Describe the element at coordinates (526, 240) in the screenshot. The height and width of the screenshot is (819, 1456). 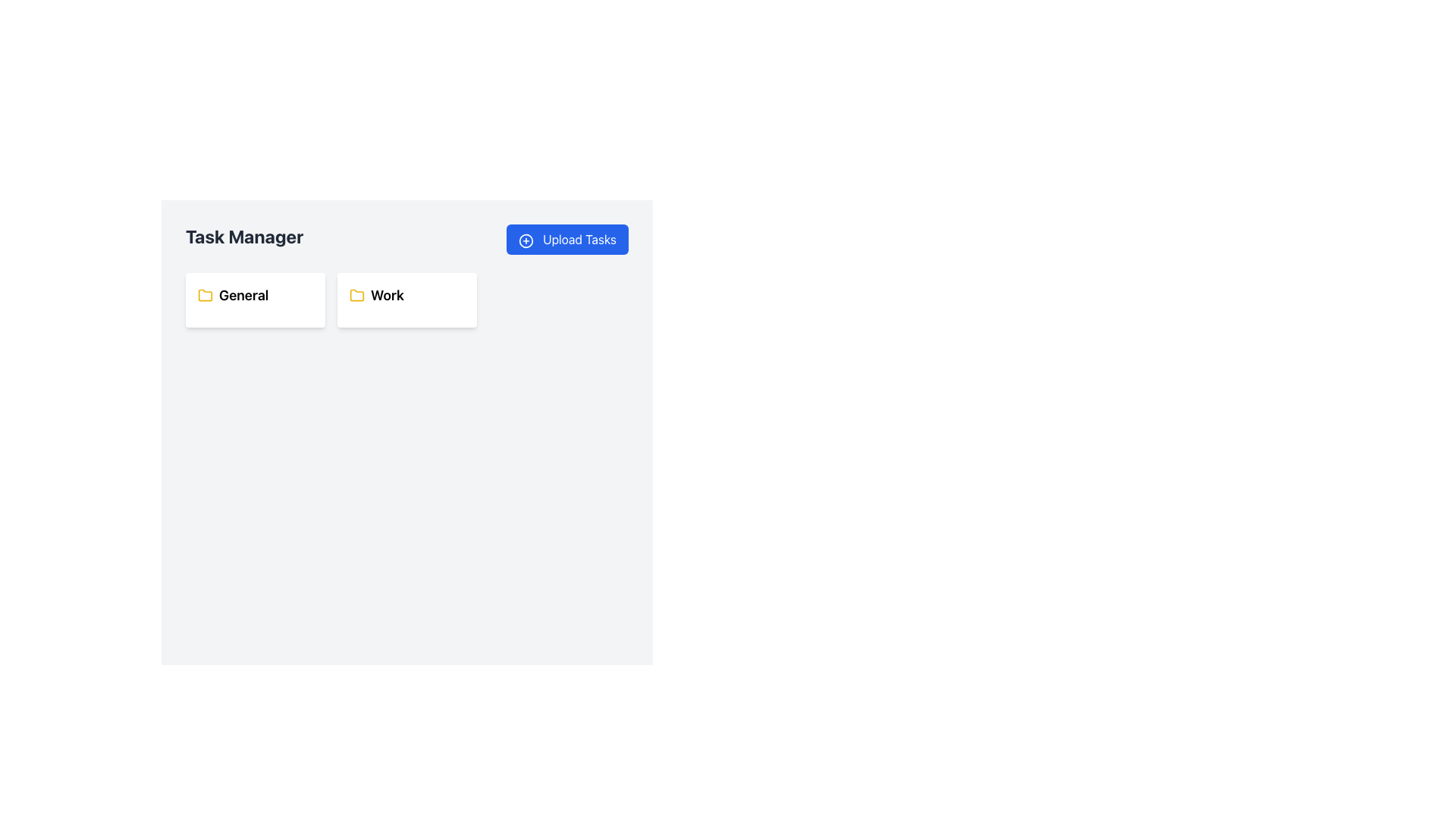
I see `the 'Upload Tasks' icon, which is located to the left of the text label within a blue, rounded rectangle button at the top-right corner of the interface` at that location.